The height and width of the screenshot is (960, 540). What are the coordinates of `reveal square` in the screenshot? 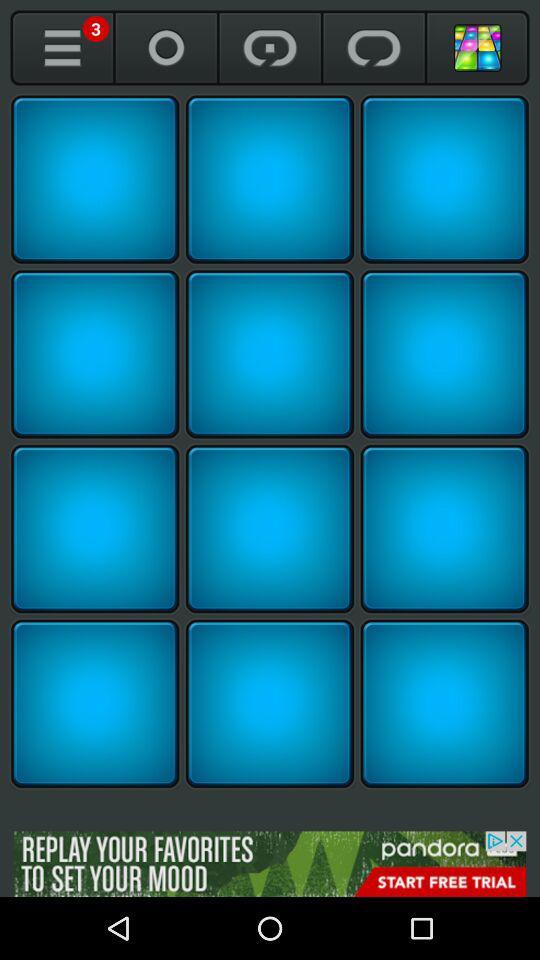 It's located at (94, 178).